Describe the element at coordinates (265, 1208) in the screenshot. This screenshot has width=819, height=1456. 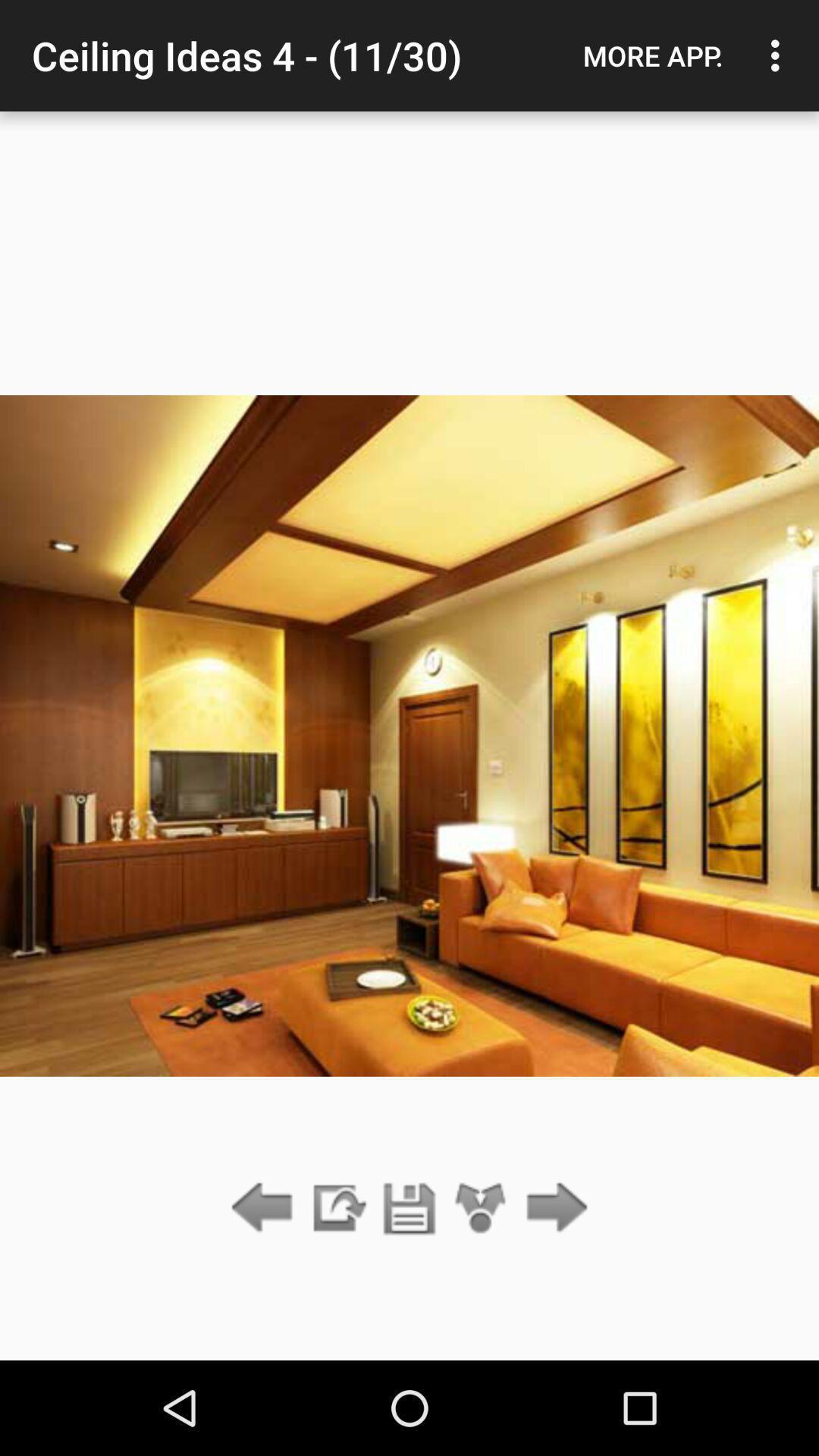
I see `the arrow_backward icon` at that location.